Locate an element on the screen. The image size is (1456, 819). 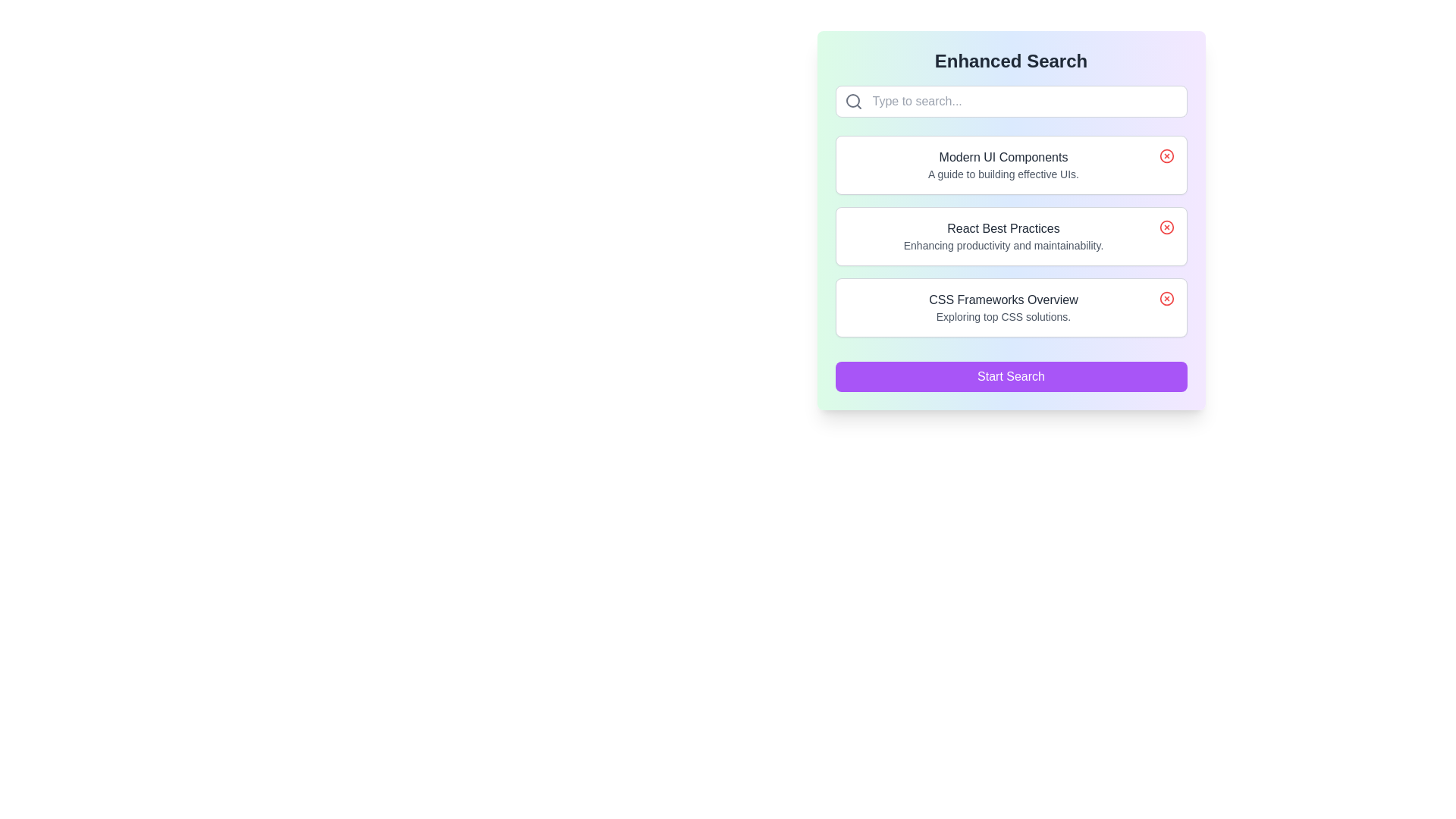
the circular component of the search icon, which represents the magnifying glass's lens, located to the left of the search input field is located at coordinates (852, 100).